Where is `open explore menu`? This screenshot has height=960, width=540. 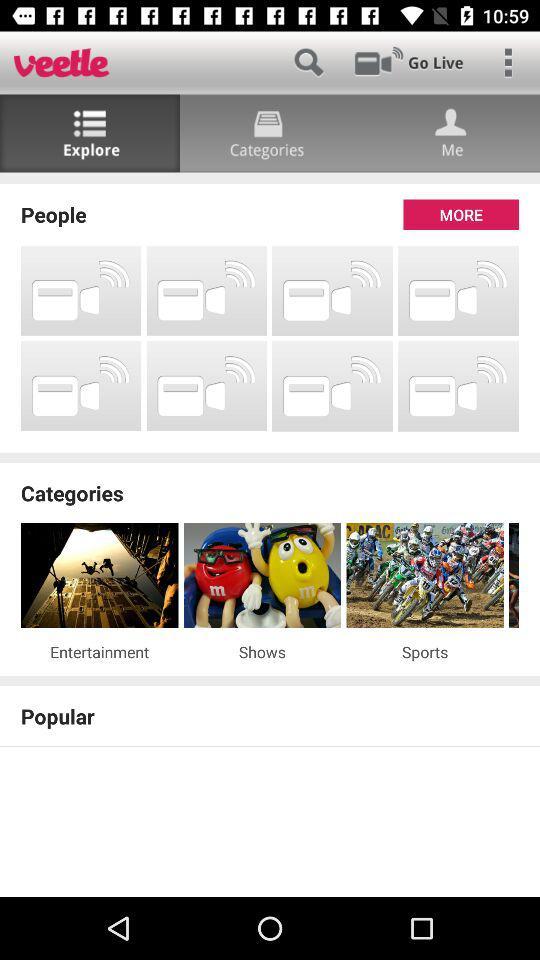
open explore menu is located at coordinates (89, 132).